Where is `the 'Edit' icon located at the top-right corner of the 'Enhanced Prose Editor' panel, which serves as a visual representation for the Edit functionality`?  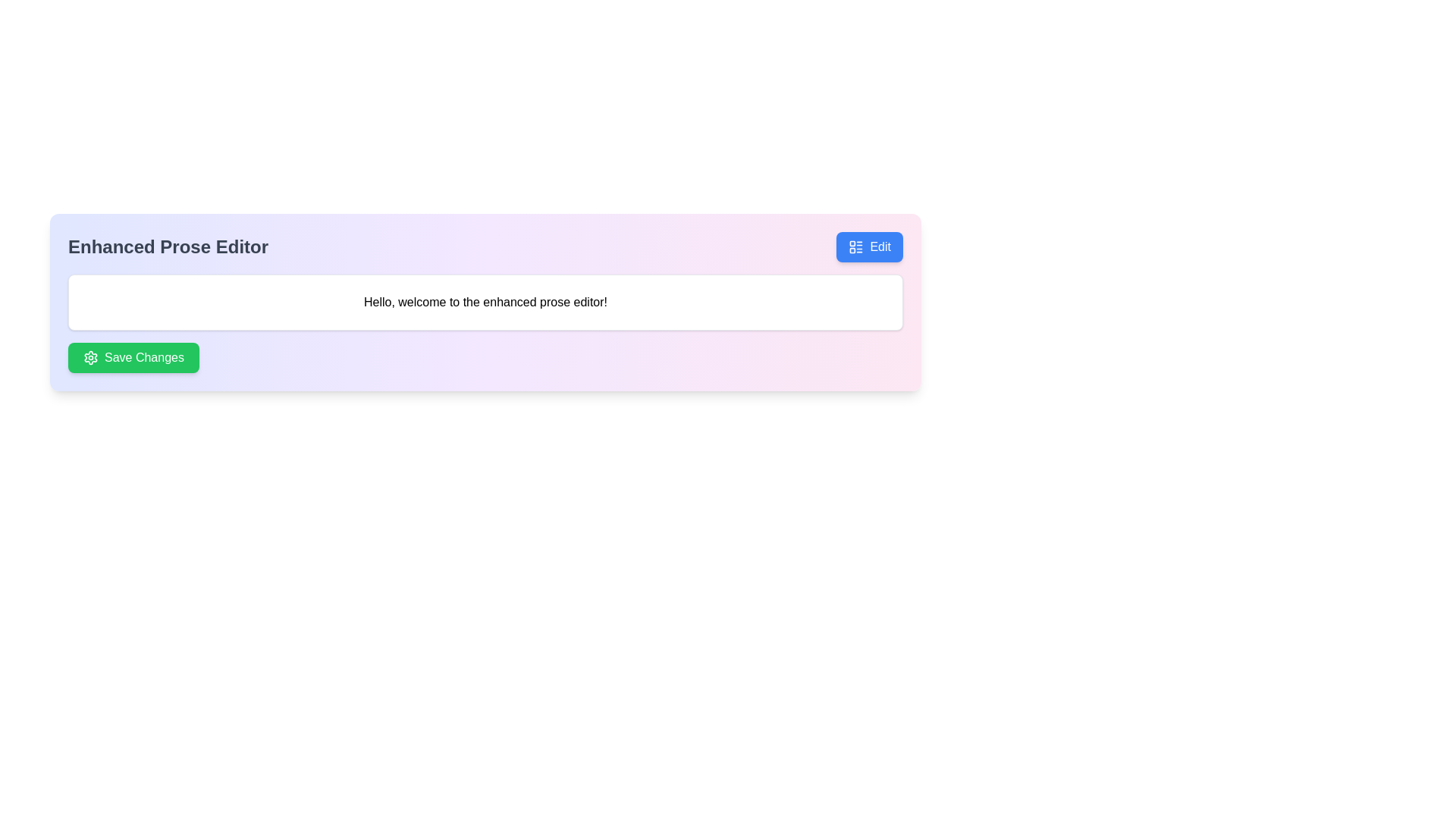
the 'Edit' icon located at the top-right corner of the 'Enhanced Prose Editor' panel, which serves as a visual representation for the Edit functionality is located at coordinates (856, 246).